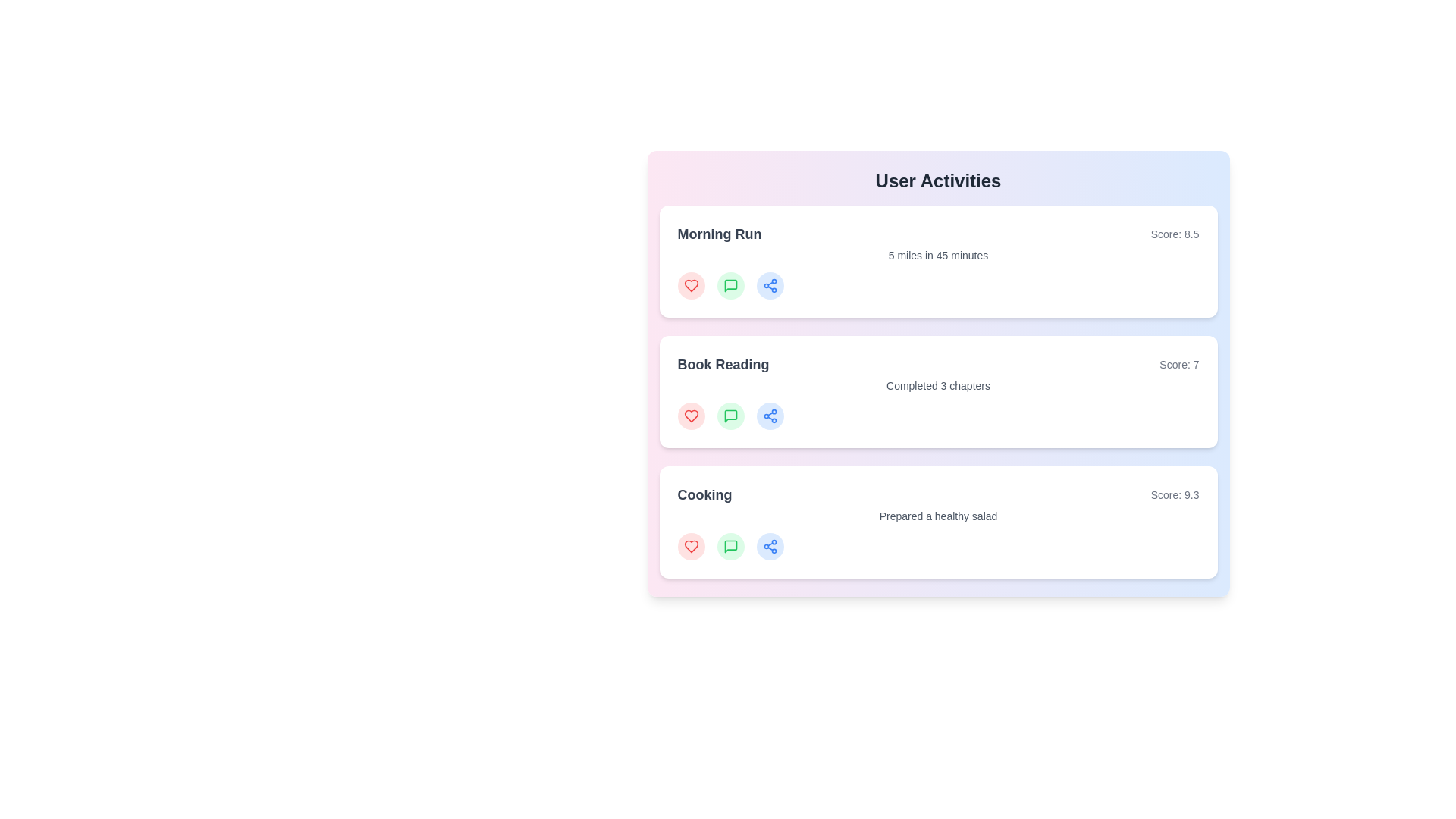 The width and height of the screenshot is (1456, 819). I want to click on 'comment' button on the activity card for Morning Run, so click(730, 286).